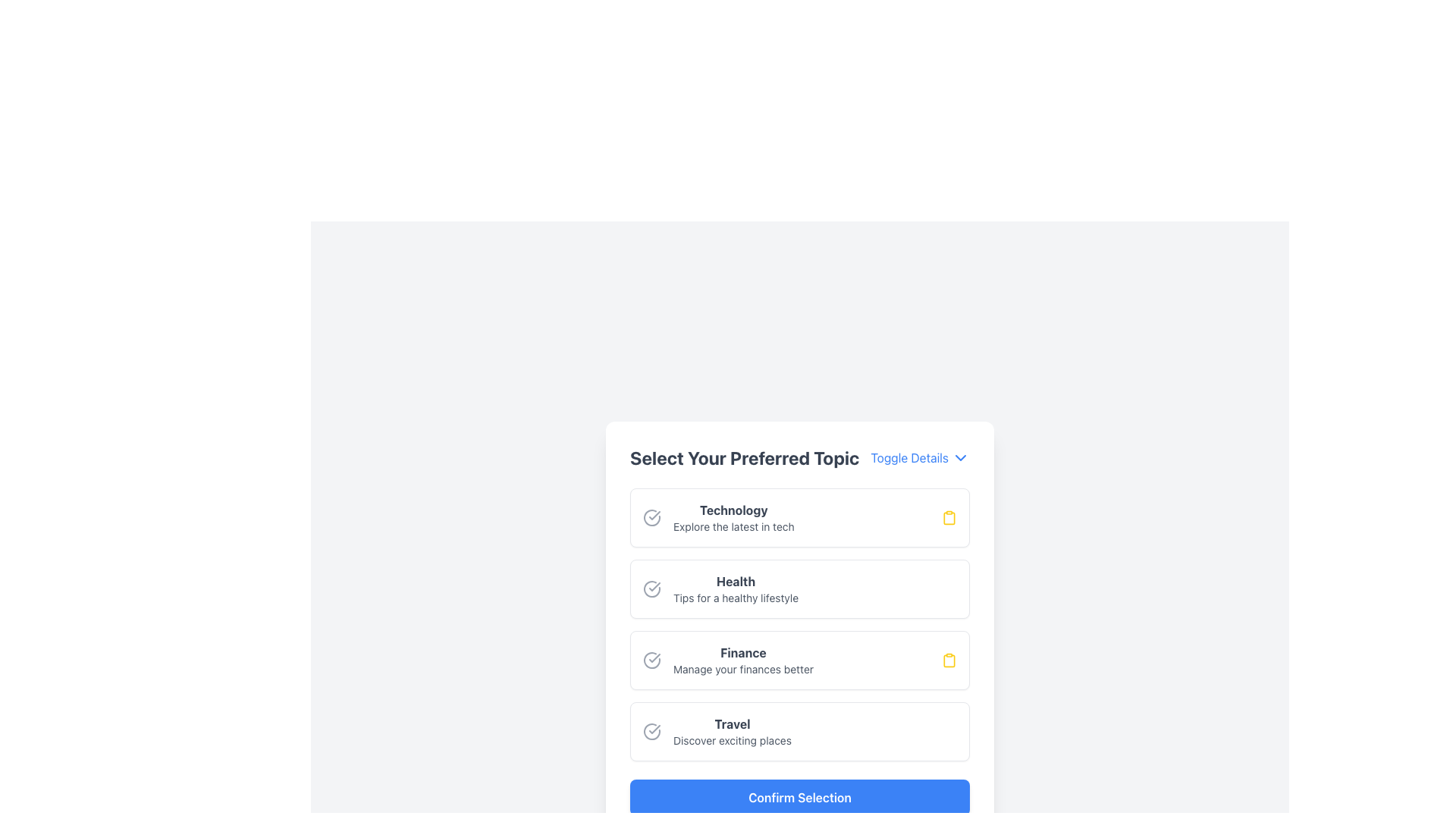 The width and height of the screenshot is (1456, 819). What do you see at coordinates (728, 660) in the screenshot?
I see `the third selectable list item for financial management topics under 'Select Your Preferred Topic'` at bounding box center [728, 660].